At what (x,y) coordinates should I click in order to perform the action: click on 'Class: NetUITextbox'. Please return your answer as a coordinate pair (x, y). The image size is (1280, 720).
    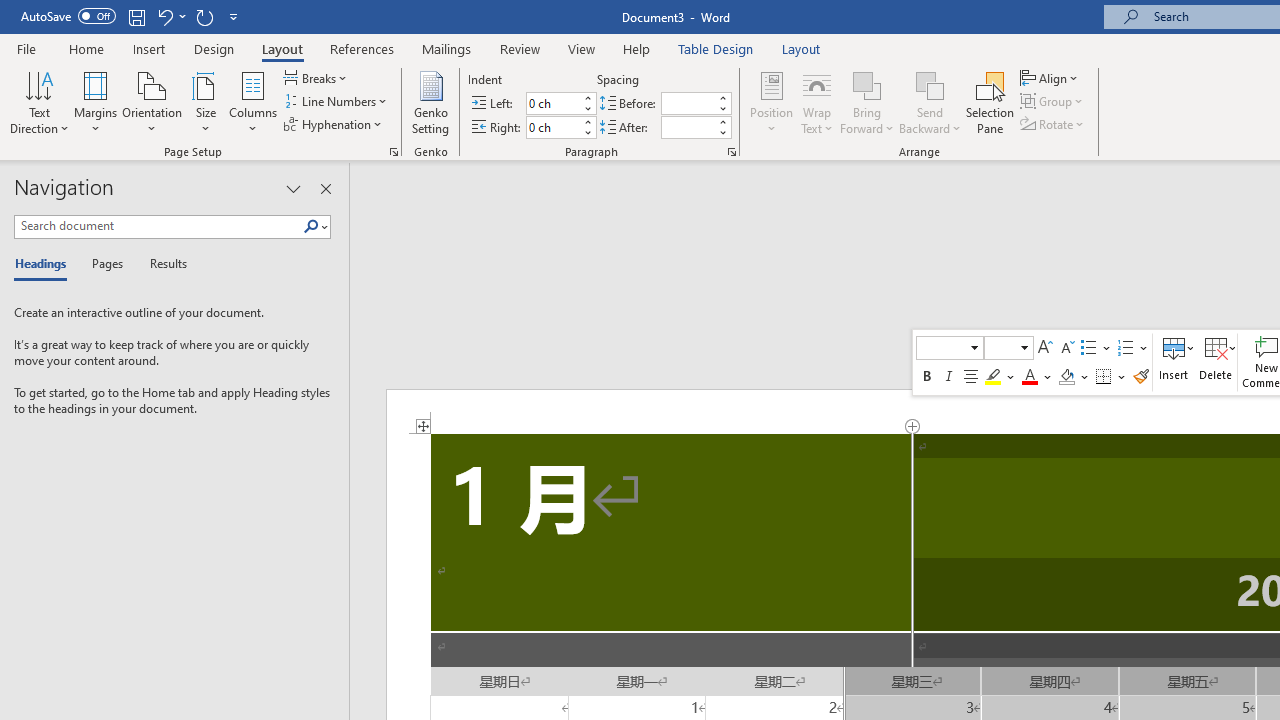
    Looking at the image, I should click on (1000, 346).